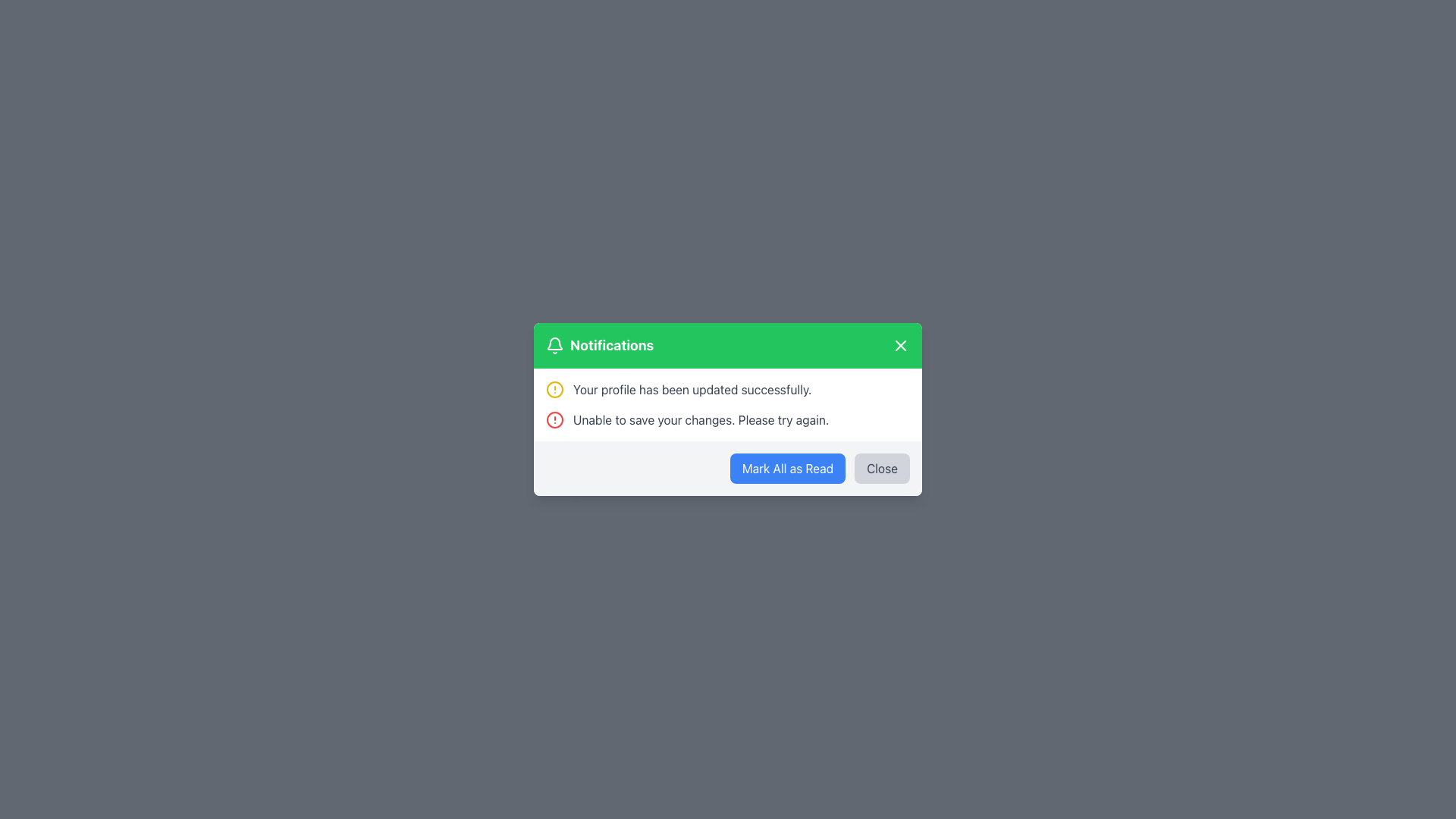  Describe the element at coordinates (554, 388) in the screenshot. I see `the circular element of the warning icon located before the text 'Unable to save your changes. Please try again.'` at that location.